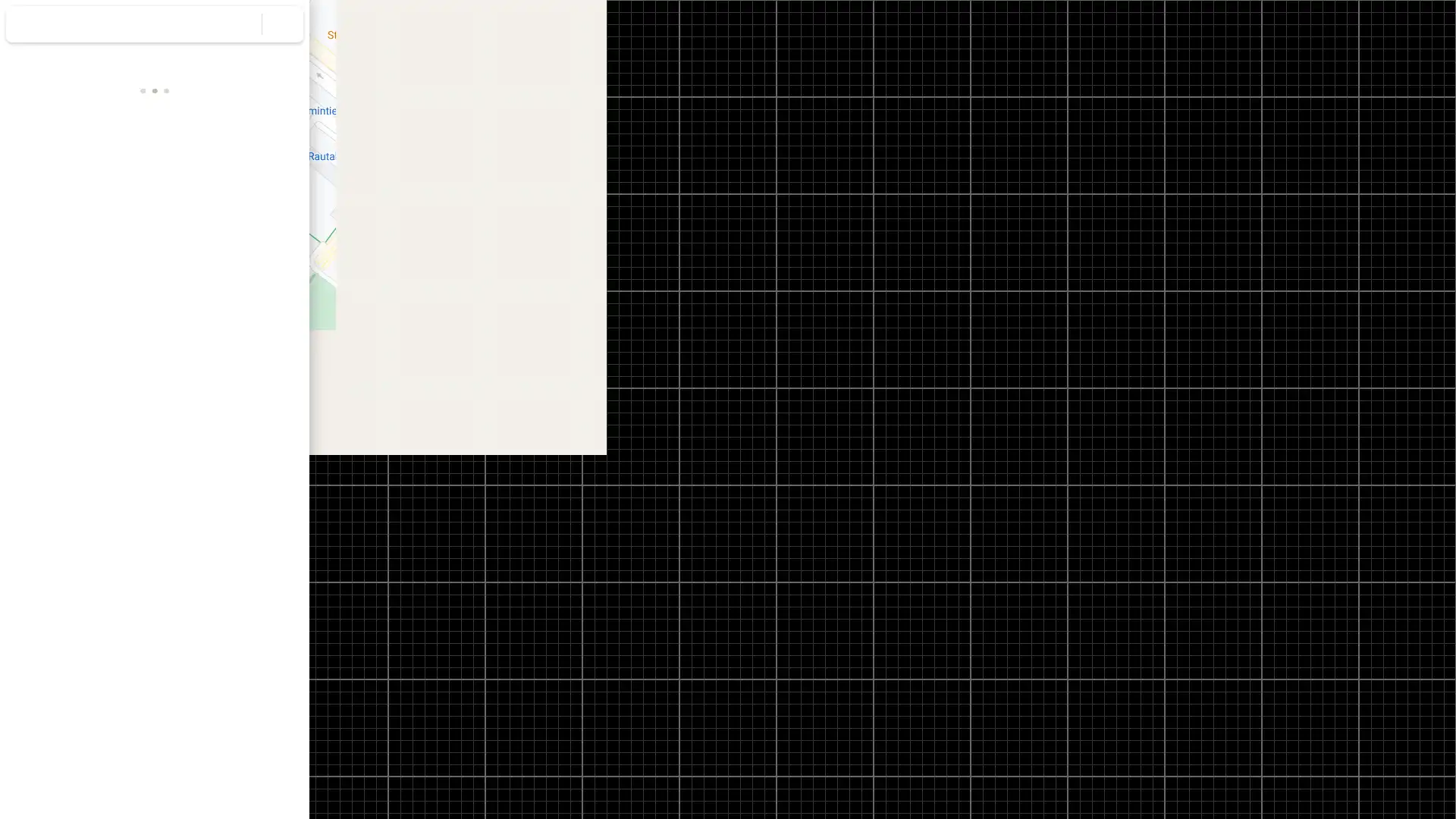 This screenshot has height=819, width=1456. What do you see at coordinates (265, 259) in the screenshot?
I see `Share Elimaenkatu 27` at bounding box center [265, 259].